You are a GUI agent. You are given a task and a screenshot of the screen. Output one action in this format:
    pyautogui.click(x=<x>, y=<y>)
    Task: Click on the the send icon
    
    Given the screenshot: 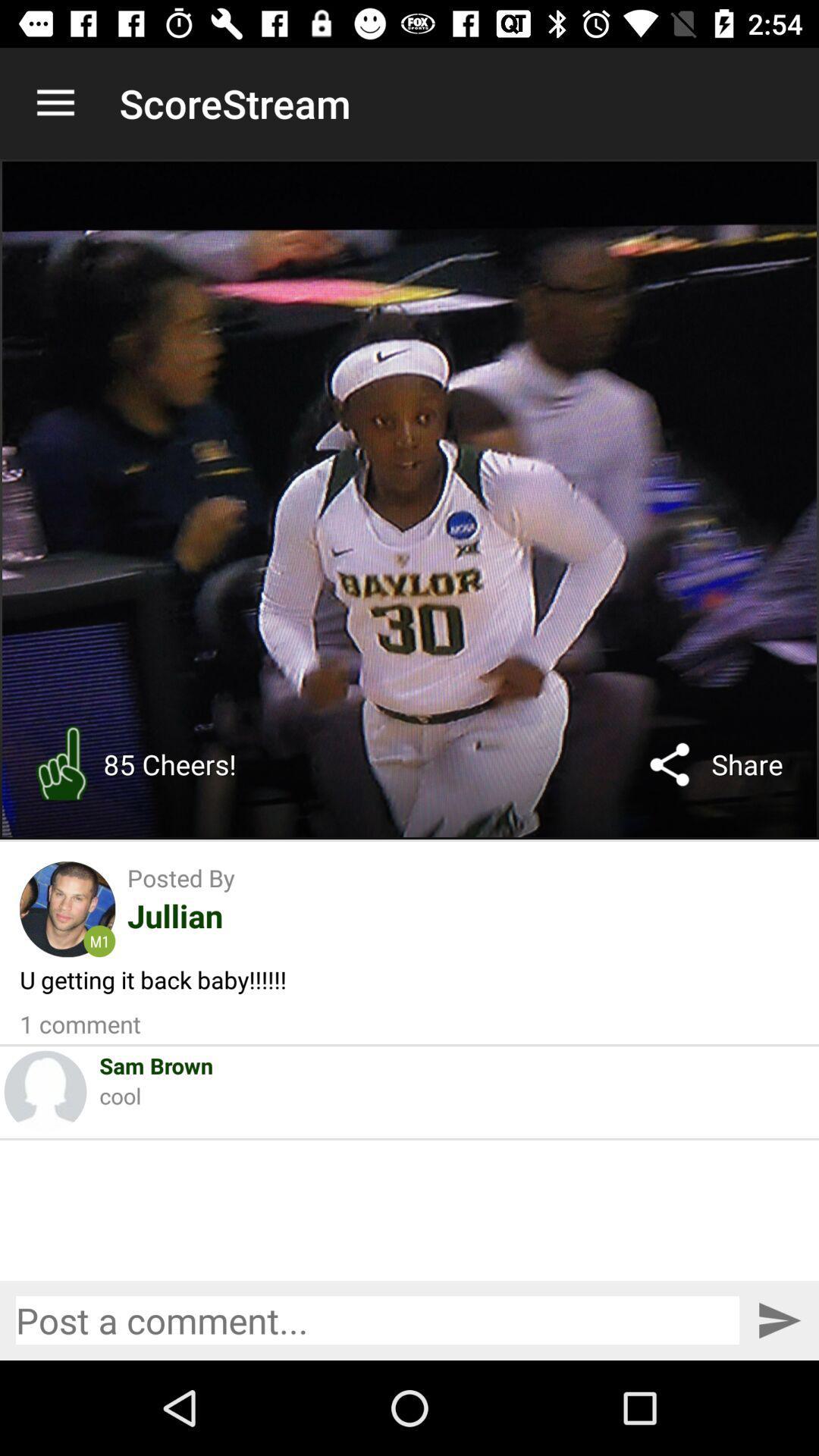 What is the action you would take?
    pyautogui.click(x=779, y=1319)
    